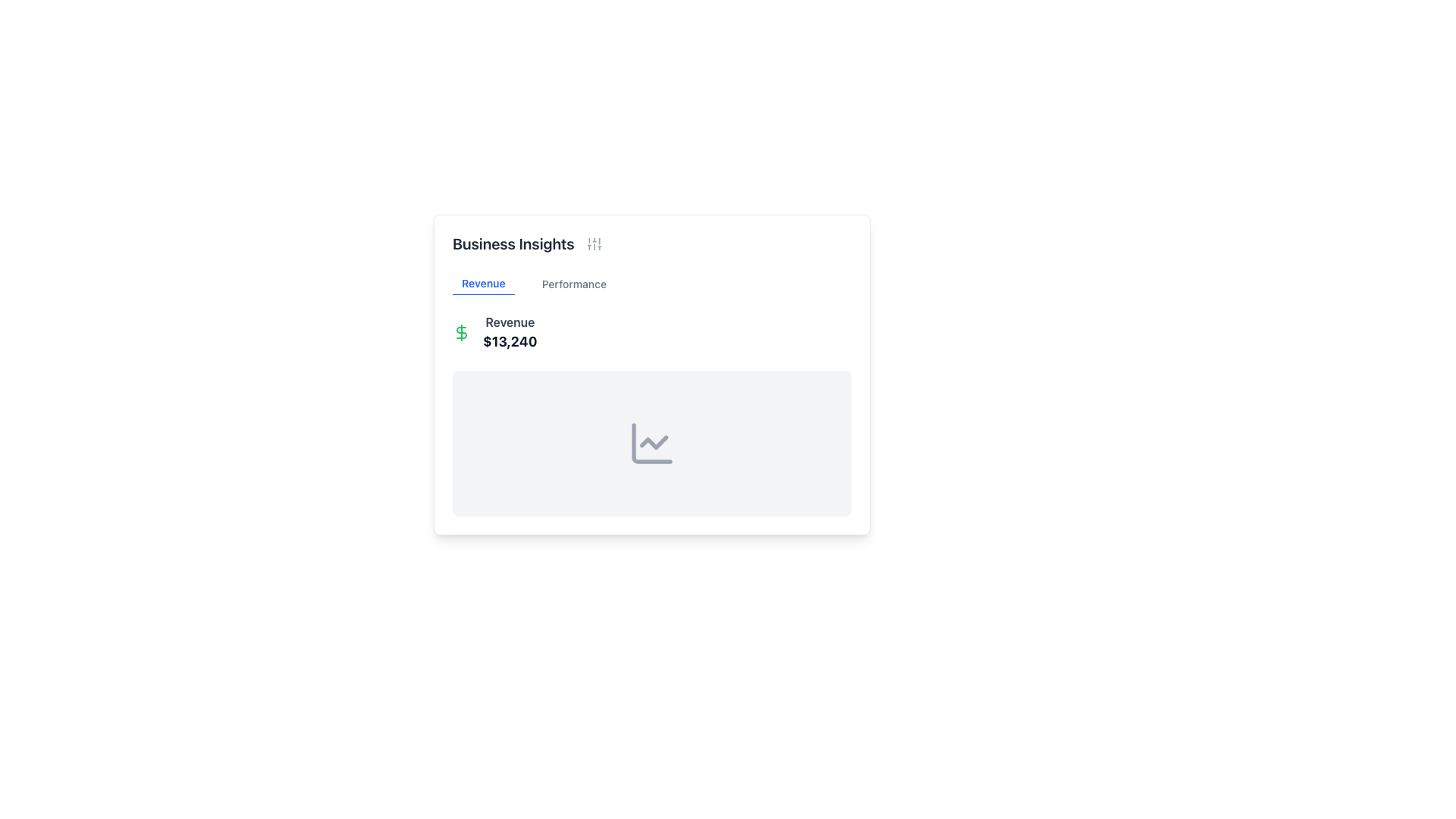  What do you see at coordinates (510, 332) in the screenshot?
I see `the non-interactive Text Display element that shows 'Revenue' and '$13,240' for revenue information` at bounding box center [510, 332].